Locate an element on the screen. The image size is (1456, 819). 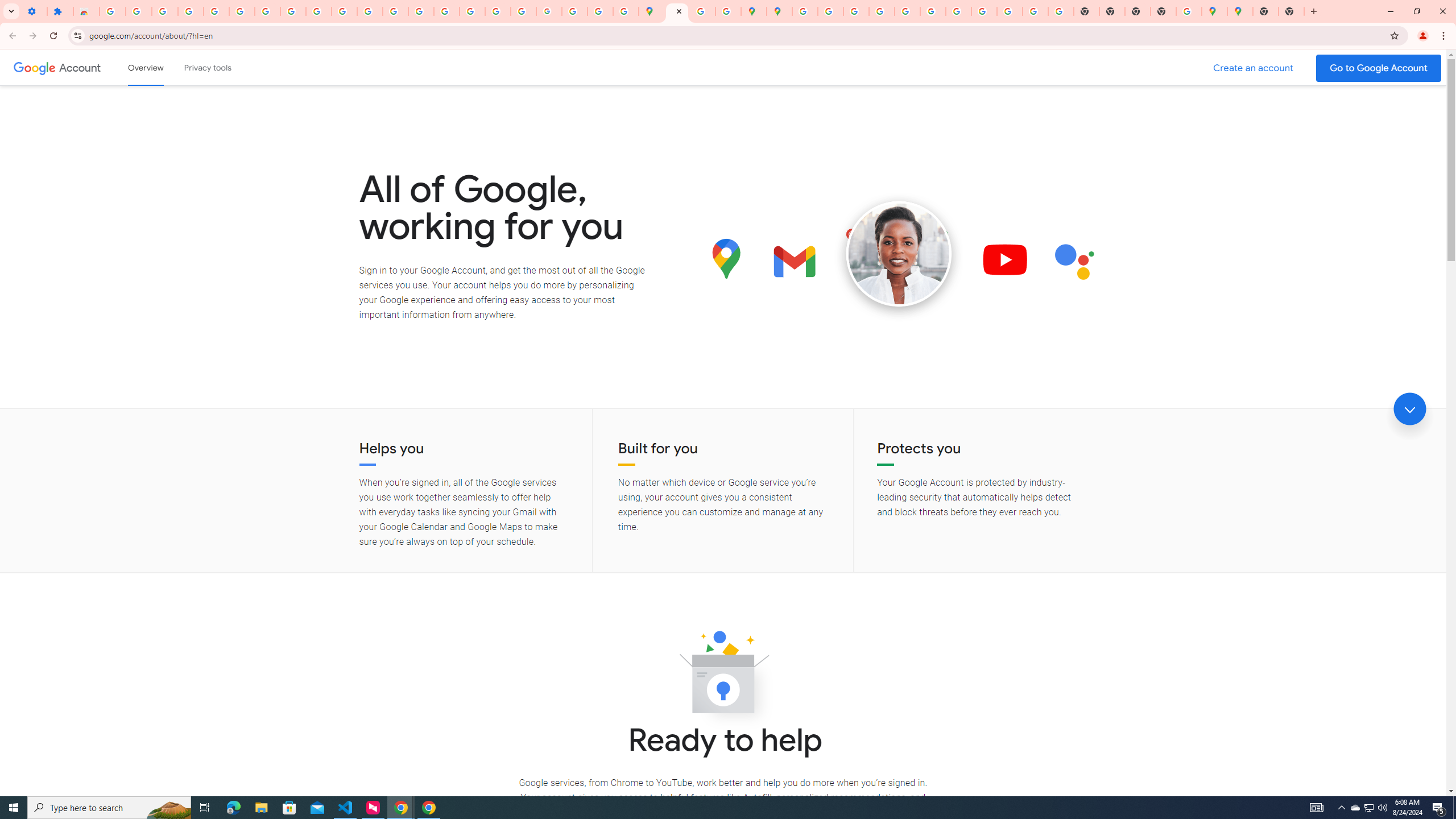
'Use Google Maps in Space - Google Maps Help' is located at coordinates (1189, 11).